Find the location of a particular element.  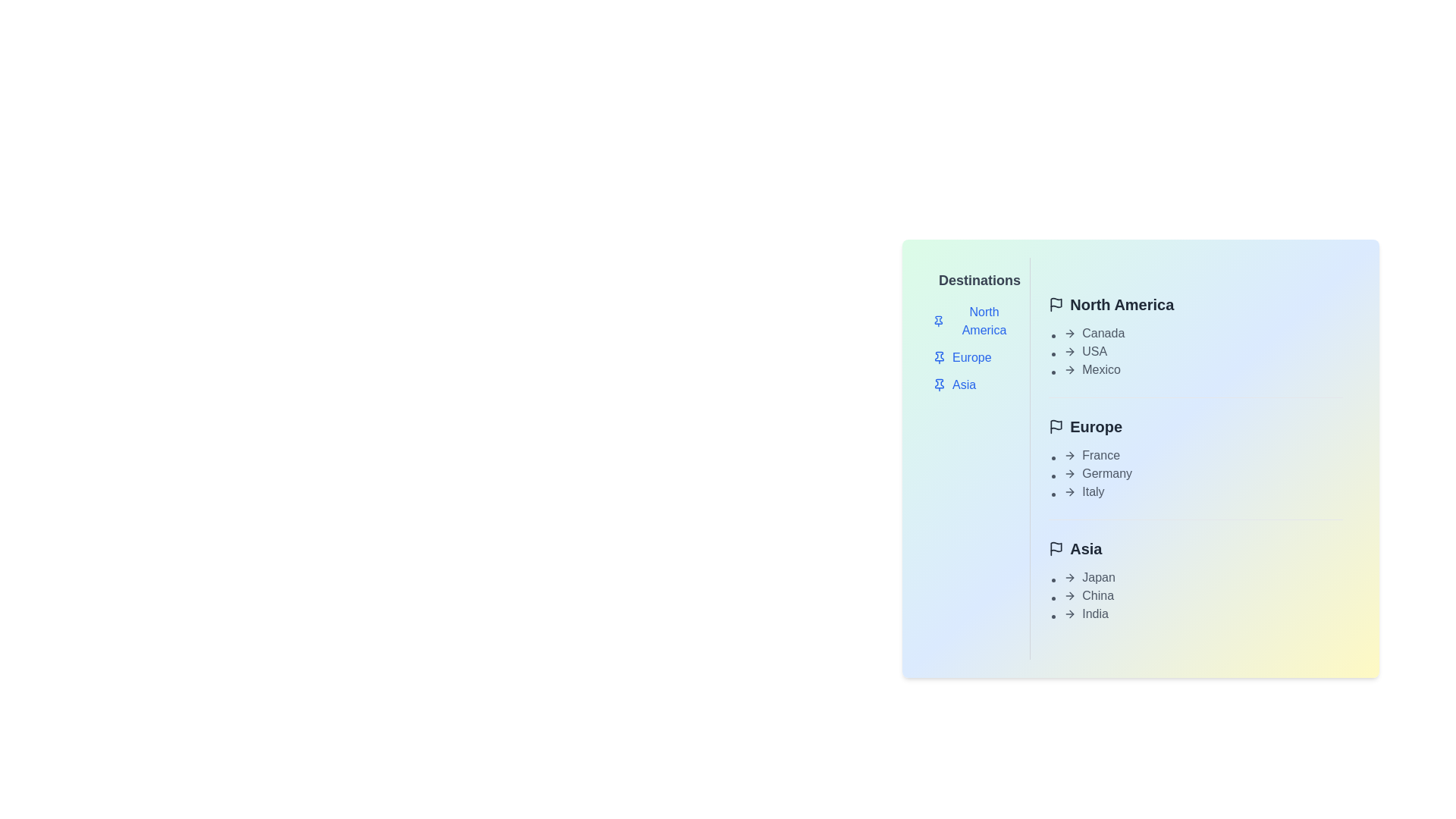

the small grayscale flag icon located to the left of the text label 'Europe' is located at coordinates (1056, 427).